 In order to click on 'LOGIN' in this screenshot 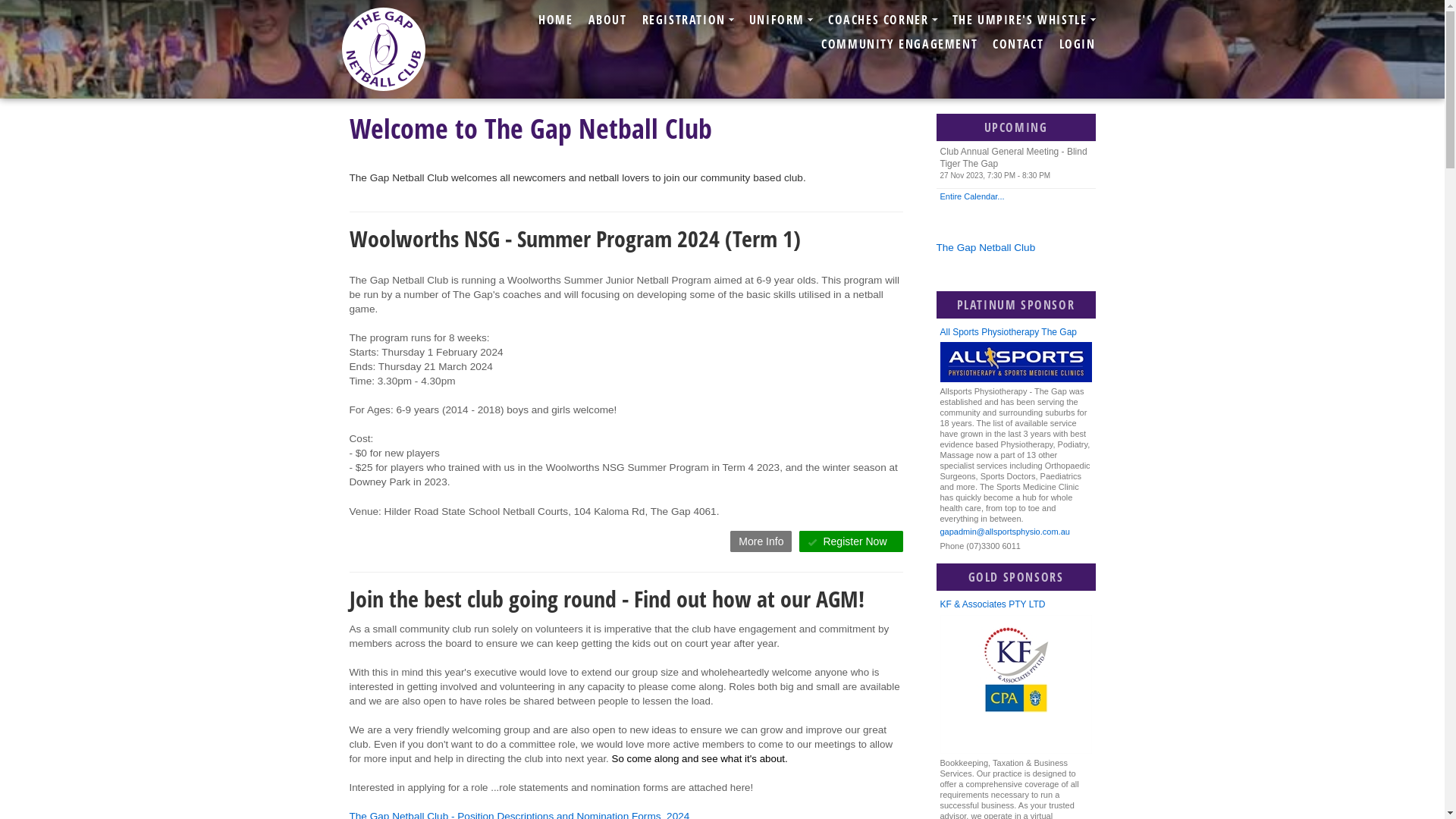, I will do `click(1050, 42)`.